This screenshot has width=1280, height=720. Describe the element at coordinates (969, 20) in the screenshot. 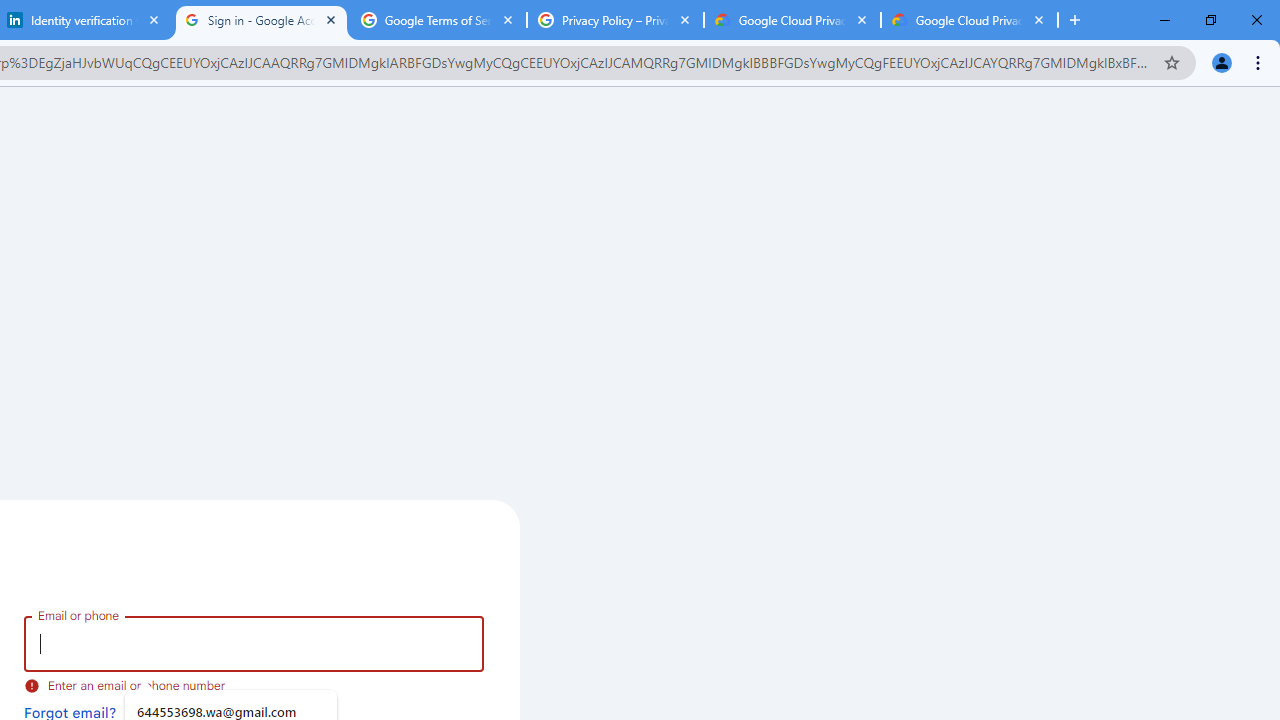

I see `'Google Cloud Privacy Notice'` at that location.